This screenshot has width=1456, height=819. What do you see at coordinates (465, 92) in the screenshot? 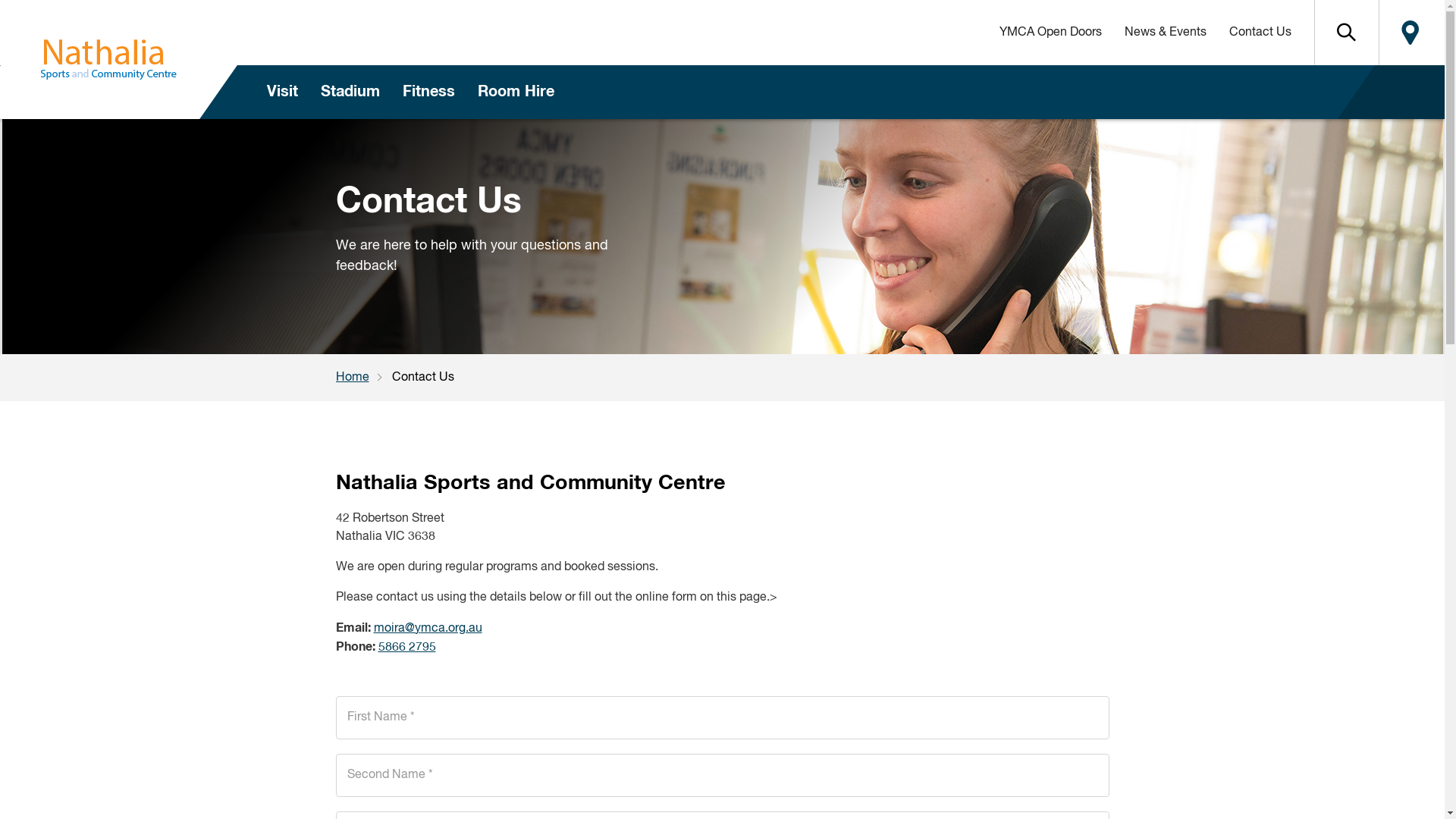
I see `'Room Hire'` at bounding box center [465, 92].